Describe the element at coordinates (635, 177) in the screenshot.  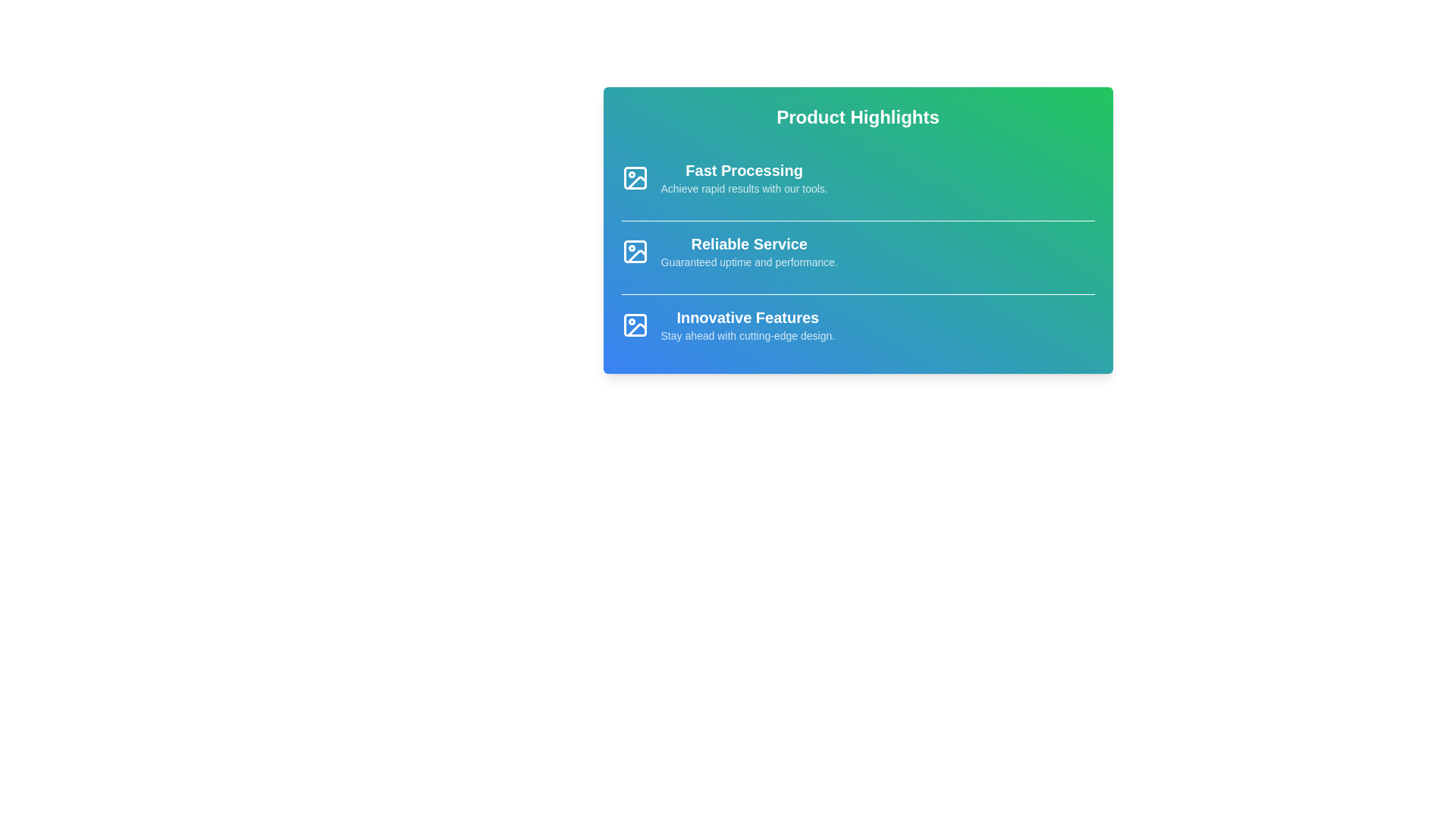
I see `the 'Fast Processing' feature icon located in the 'Product Highlights' section, which is the first graphical element aligned to the left of the text 'Fast Processing'` at that location.